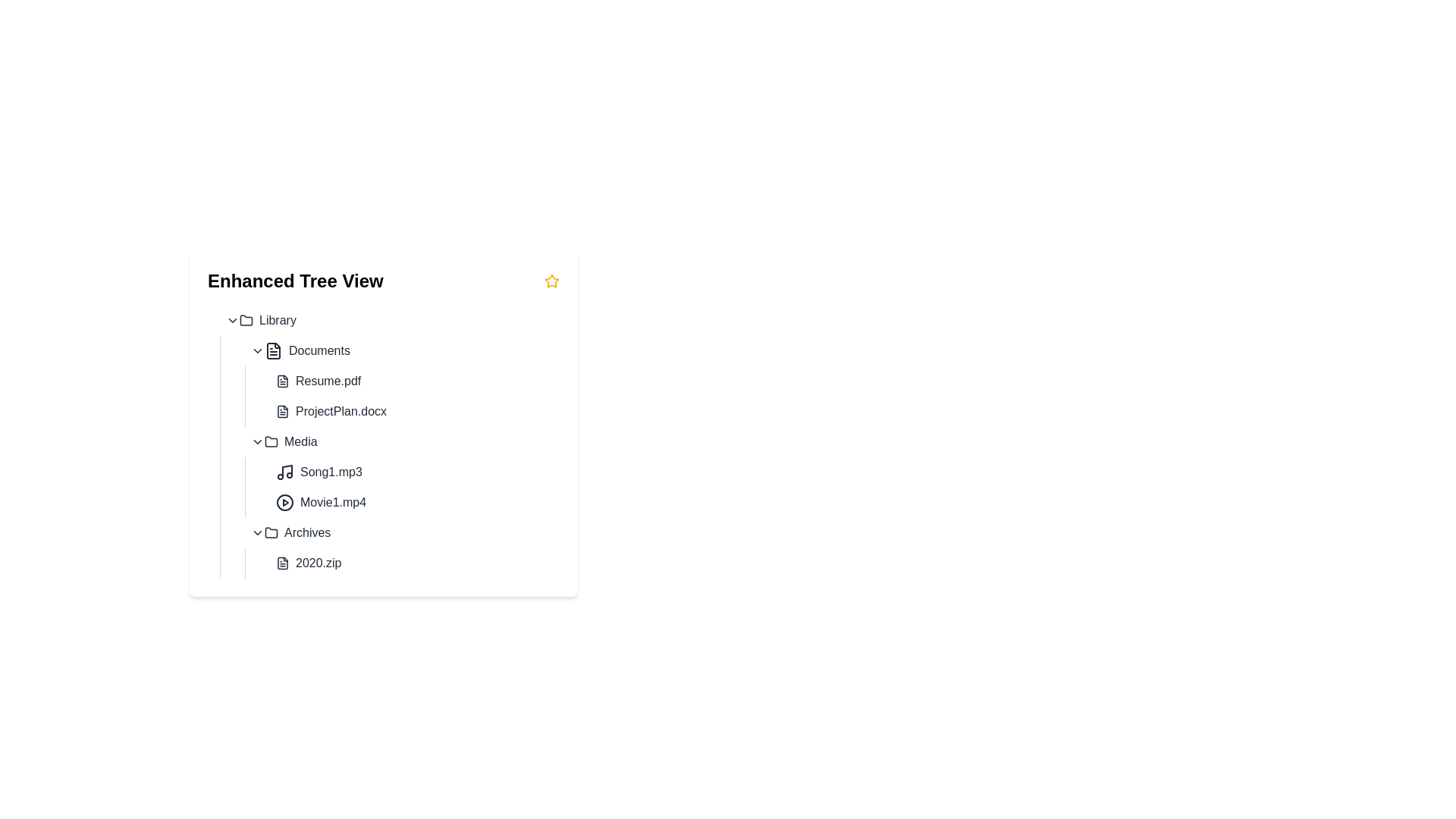  I want to click on the collapsible tree node for 'Archives' located in the 'Media' section, so click(402, 532).